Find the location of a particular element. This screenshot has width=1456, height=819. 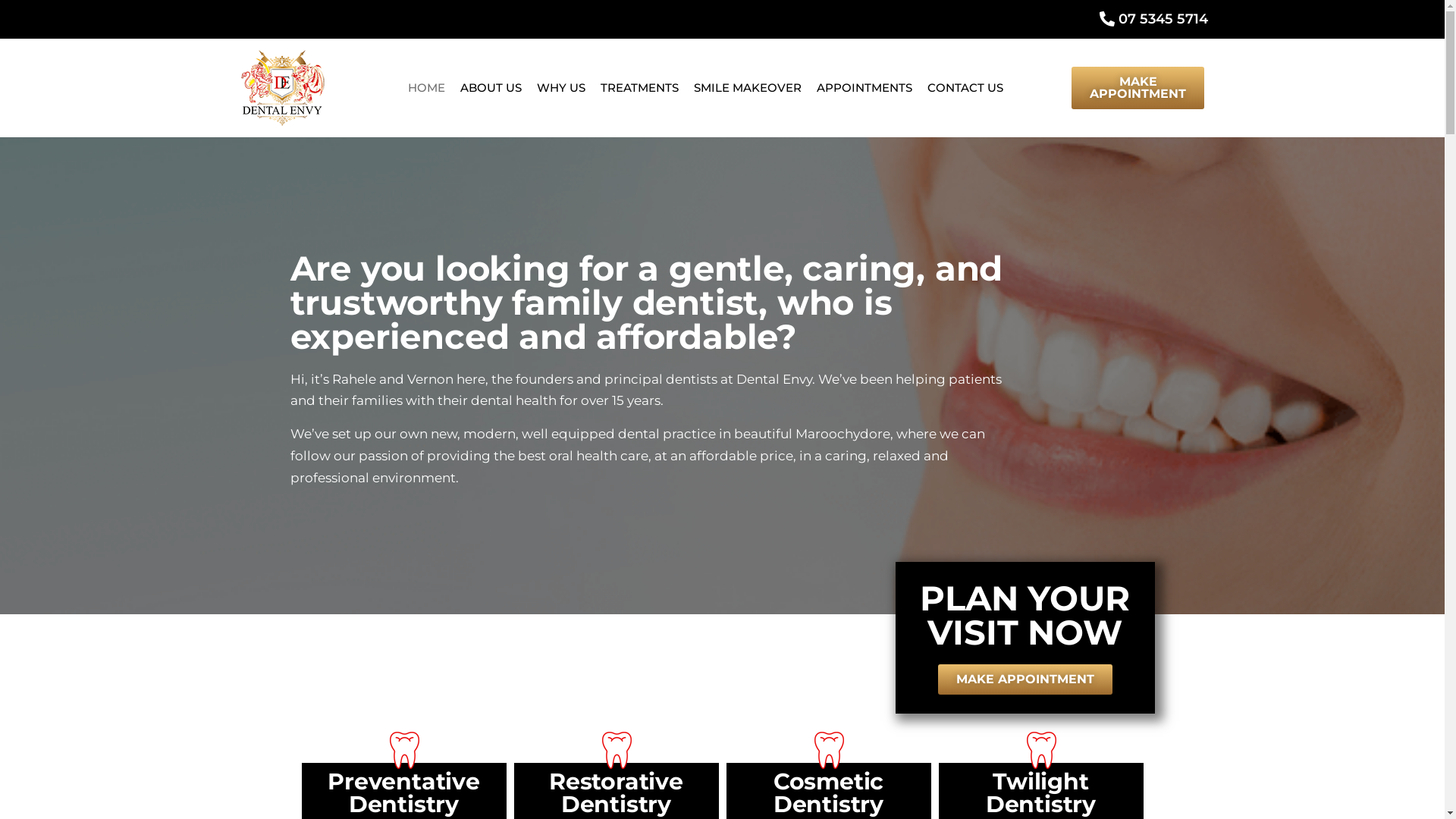

'ABOUT US' is located at coordinates (491, 87).